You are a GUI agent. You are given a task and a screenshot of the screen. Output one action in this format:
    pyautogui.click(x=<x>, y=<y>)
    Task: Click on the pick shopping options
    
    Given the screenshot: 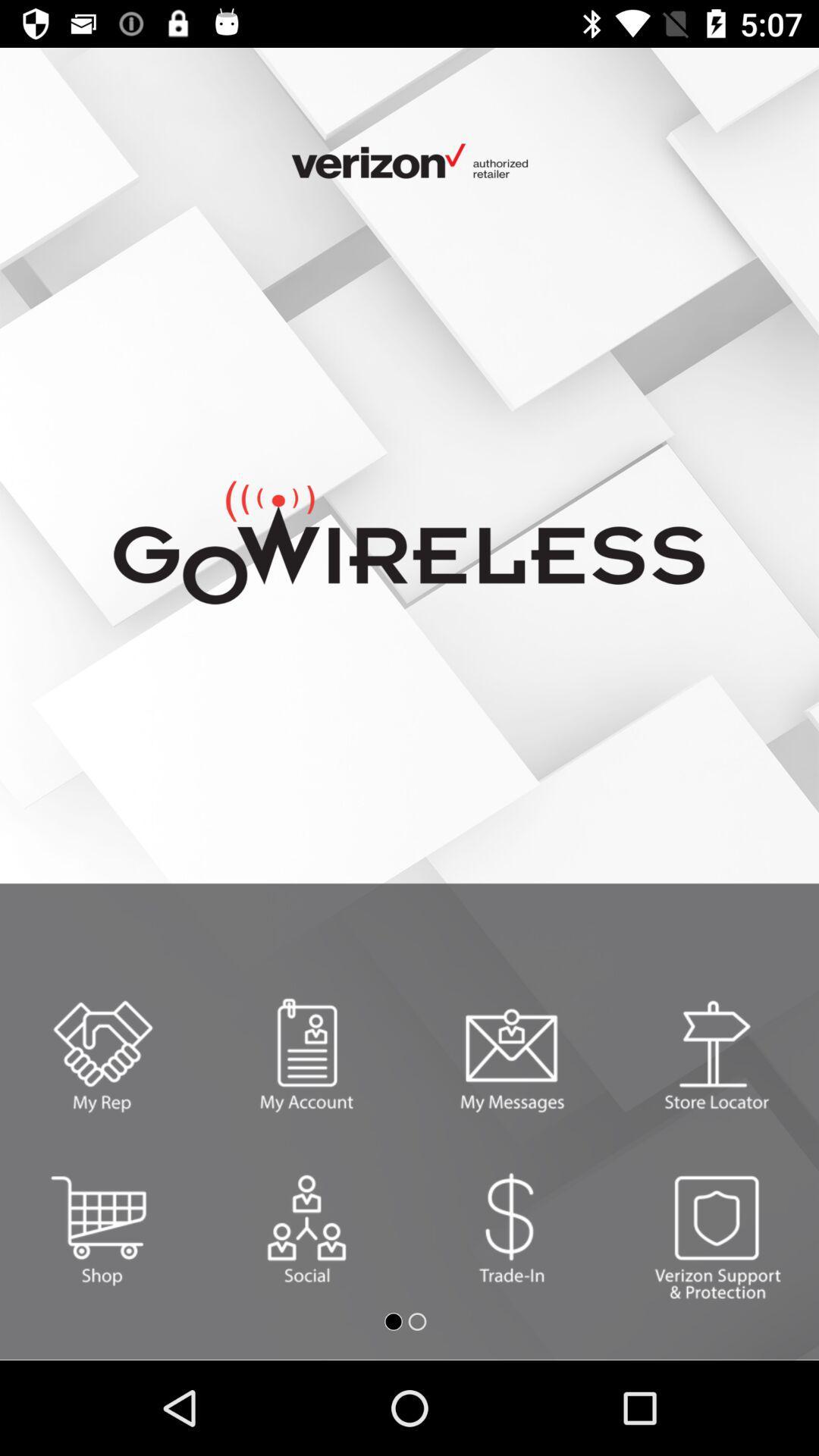 What is the action you would take?
    pyautogui.click(x=102, y=1228)
    